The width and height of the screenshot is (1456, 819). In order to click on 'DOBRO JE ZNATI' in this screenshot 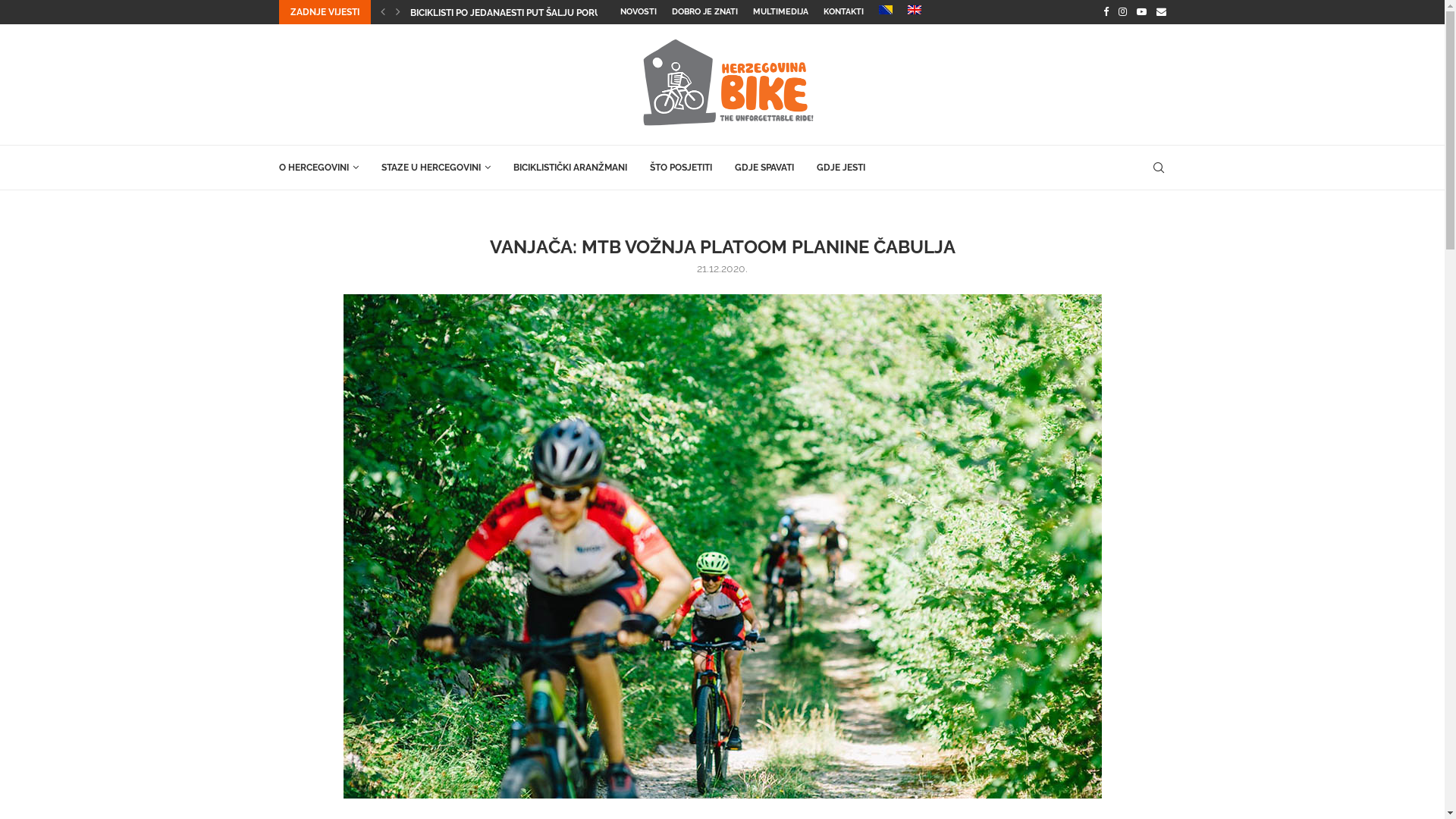, I will do `click(704, 11)`.